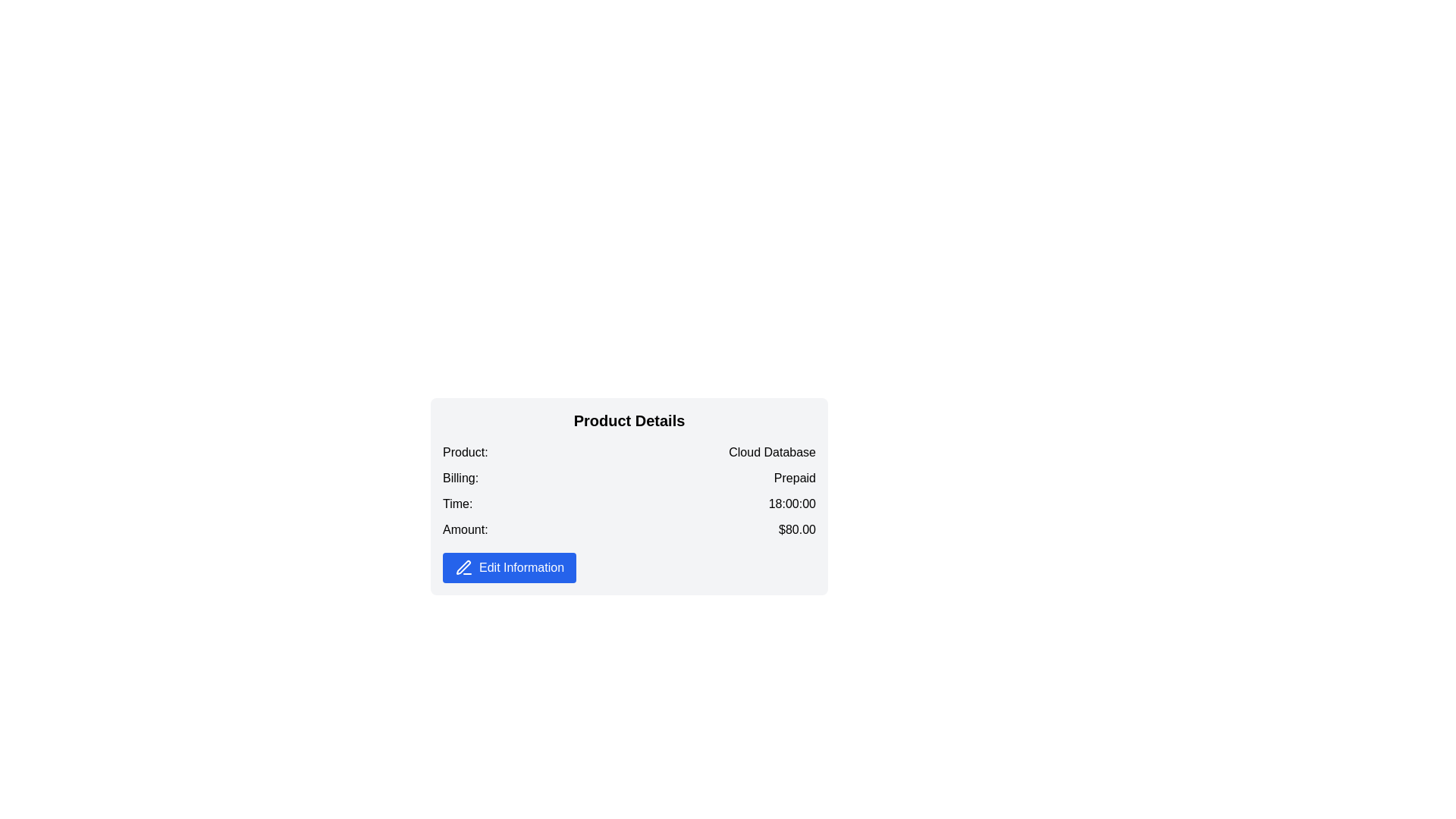 This screenshot has height=819, width=1456. I want to click on the button located at the bottom of the 'Product Details' card, so click(510, 567).